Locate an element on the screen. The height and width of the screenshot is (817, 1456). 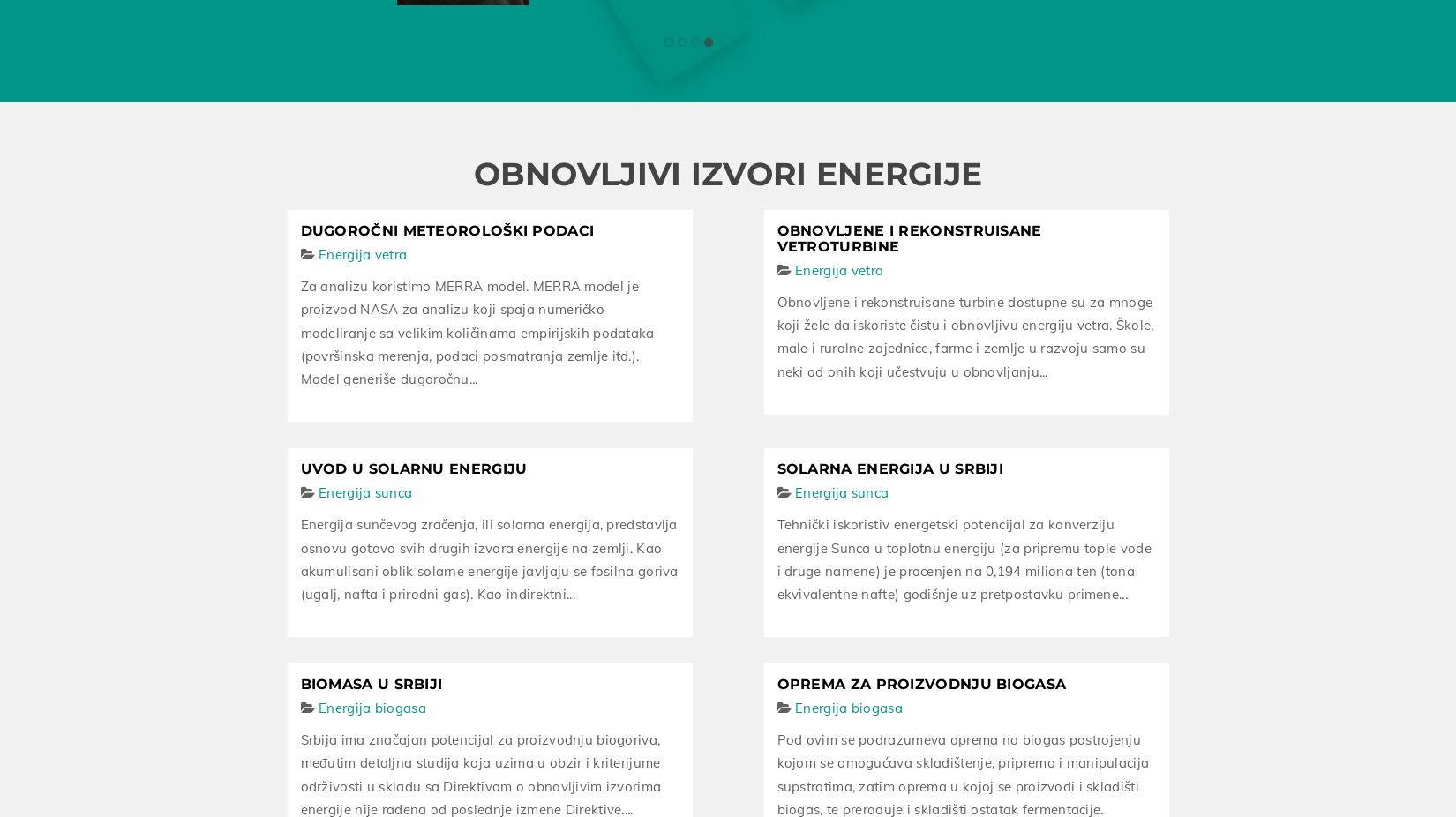
'Oprema za proizvodnju biogasa' is located at coordinates (920, 680).